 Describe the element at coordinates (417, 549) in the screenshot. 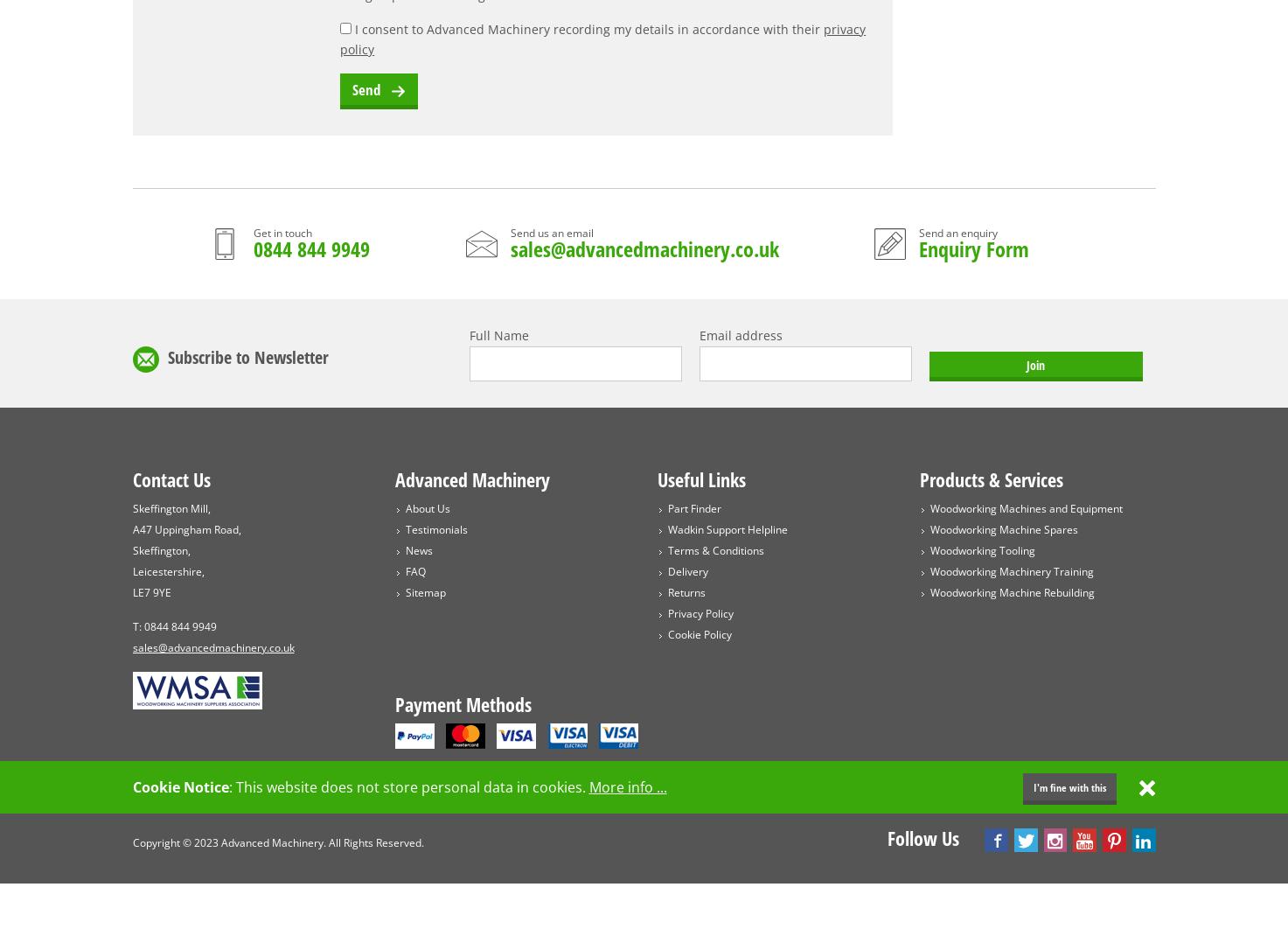

I see `'News'` at that location.